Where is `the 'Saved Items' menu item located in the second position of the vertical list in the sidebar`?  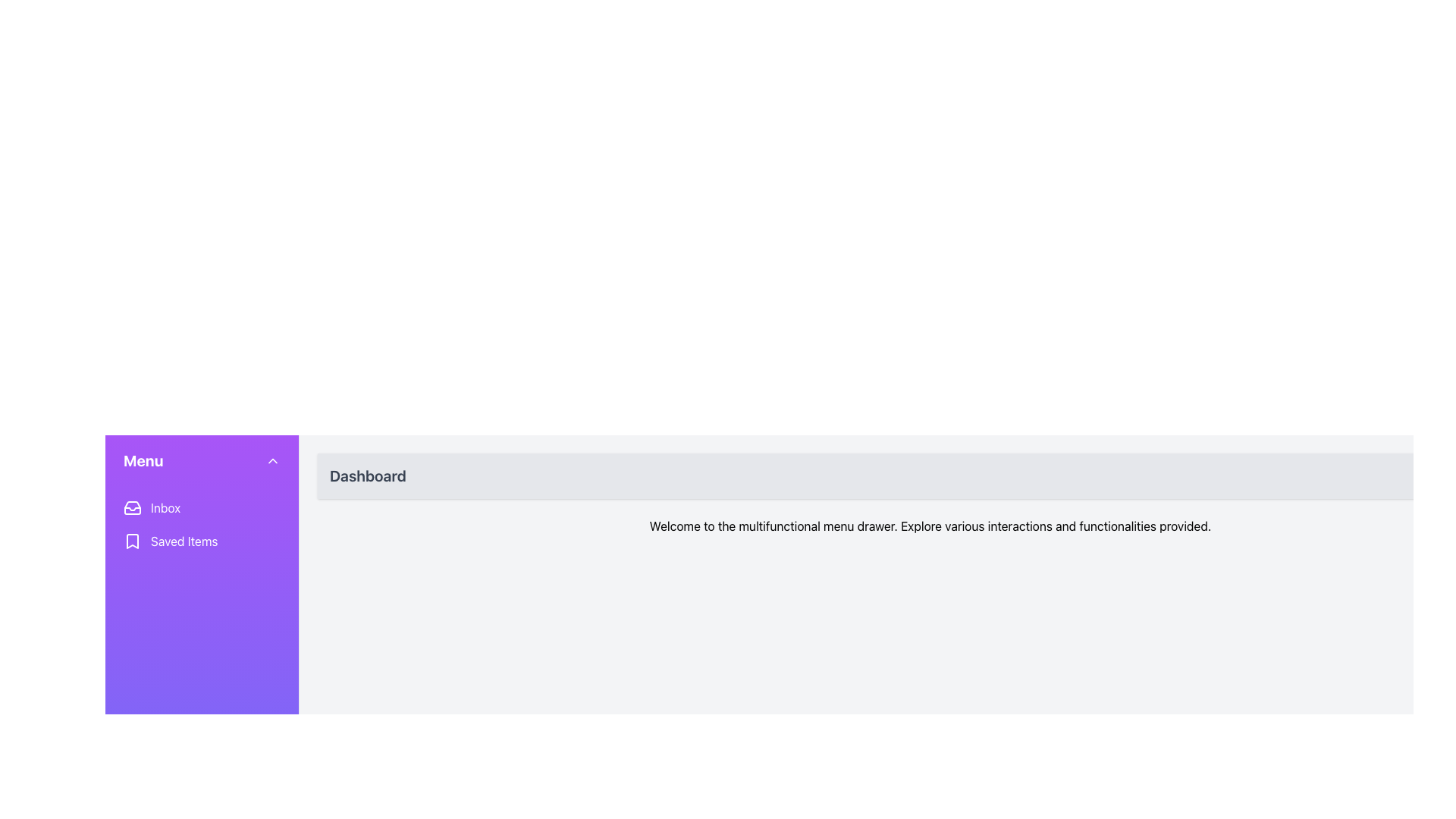 the 'Saved Items' menu item located in the second position of the vertical list in the sidebar is located at coordinates (201, 540).